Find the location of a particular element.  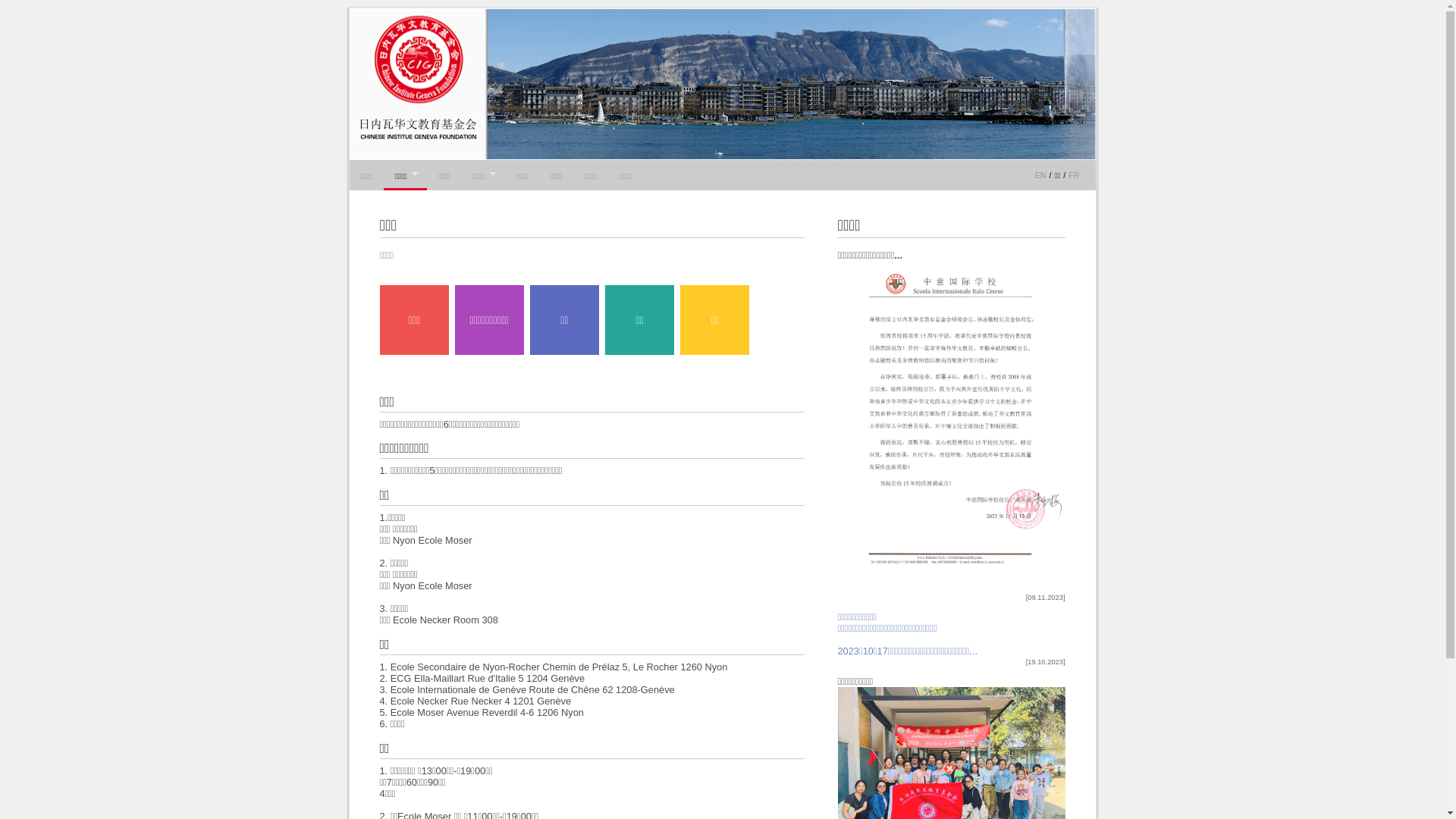

'EN' is located at coordinates (1034, 174).